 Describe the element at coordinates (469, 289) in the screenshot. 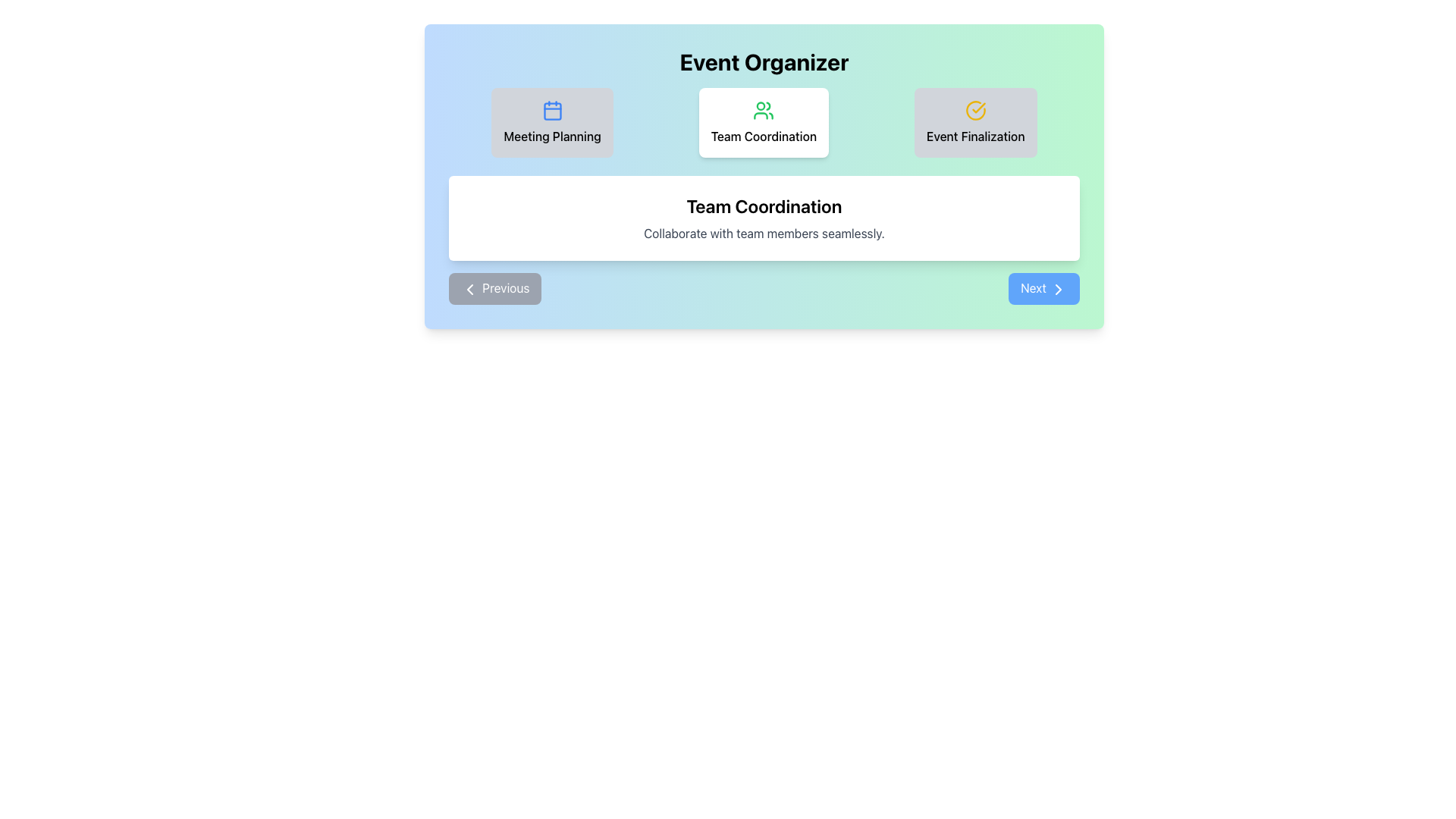

I see `the left-facing arrow icon that is part of the 'Previous' button located at the bottom left of the interface` at that location.